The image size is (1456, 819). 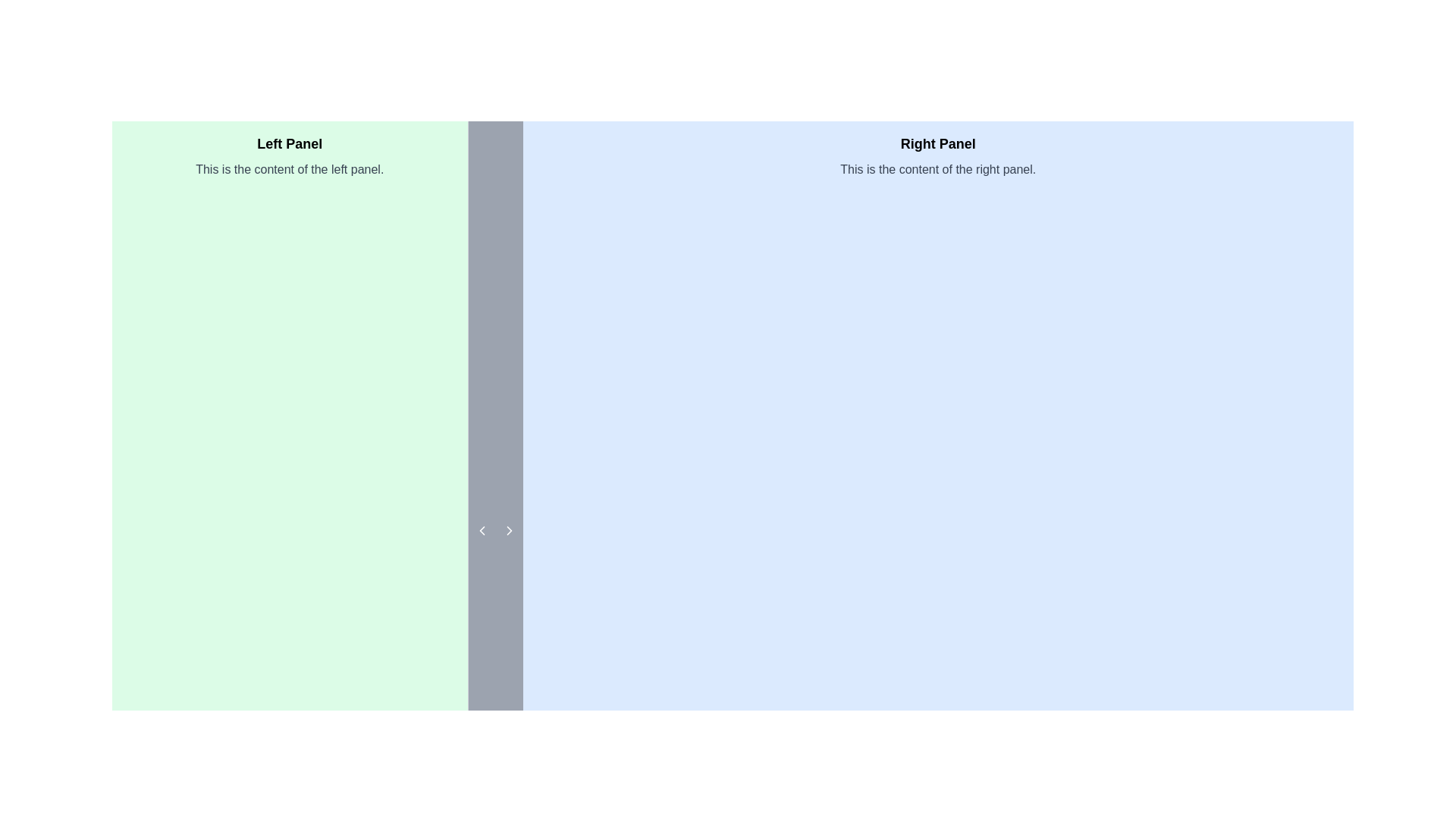 What do you see at coordinates (937, 169) in the screenshot?
I see `text label located below the title 'Right Panel' in the right panel area, which serves as a descriptive statement providing information or context related to the panel's purpose` at bounding box center [937, 169].